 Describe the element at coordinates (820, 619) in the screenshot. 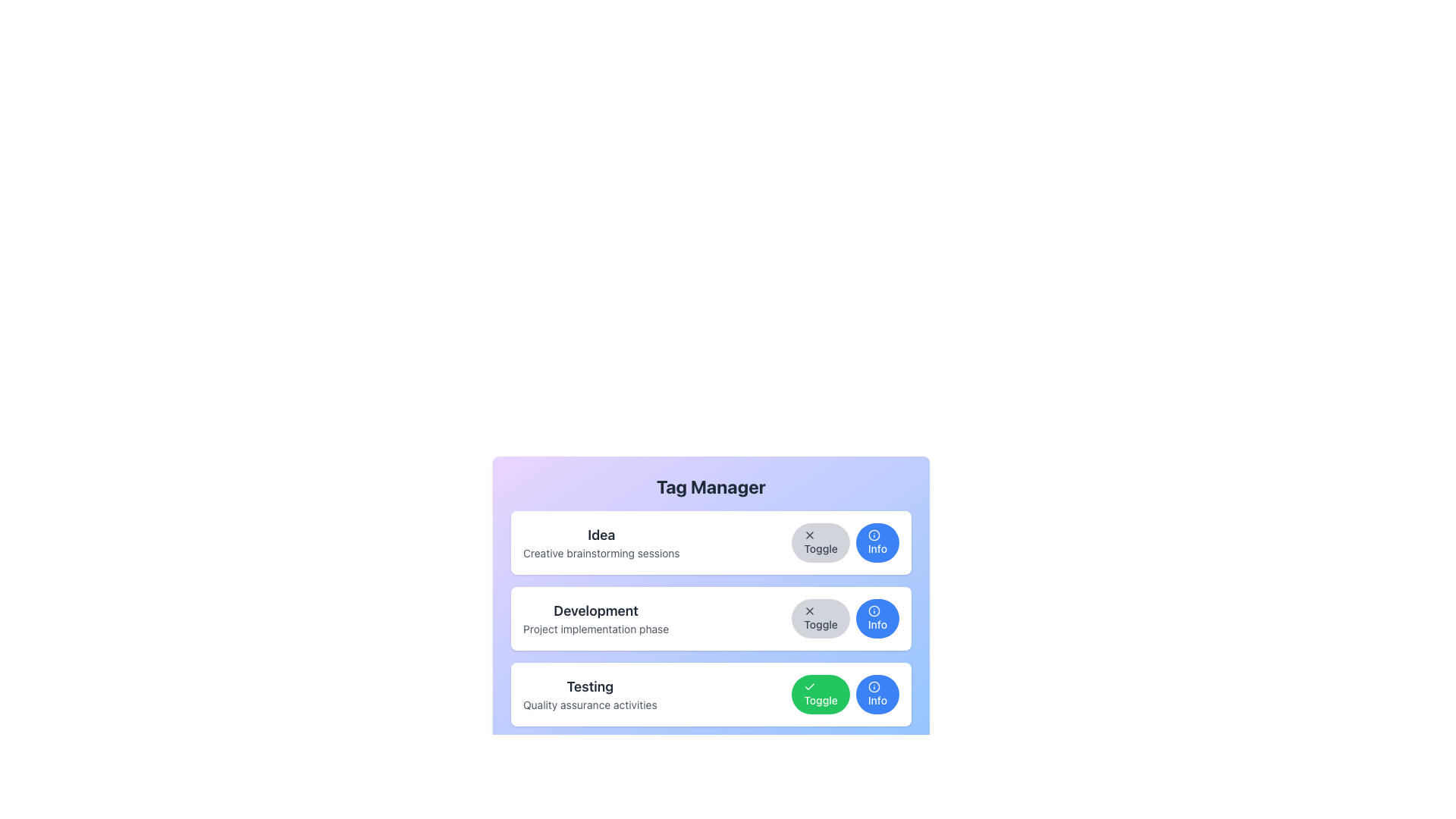

I see `the first button in the 'Toggle Info' group located in the middle row of the 'Tag Manager' card to observe the hover effects` at that location.